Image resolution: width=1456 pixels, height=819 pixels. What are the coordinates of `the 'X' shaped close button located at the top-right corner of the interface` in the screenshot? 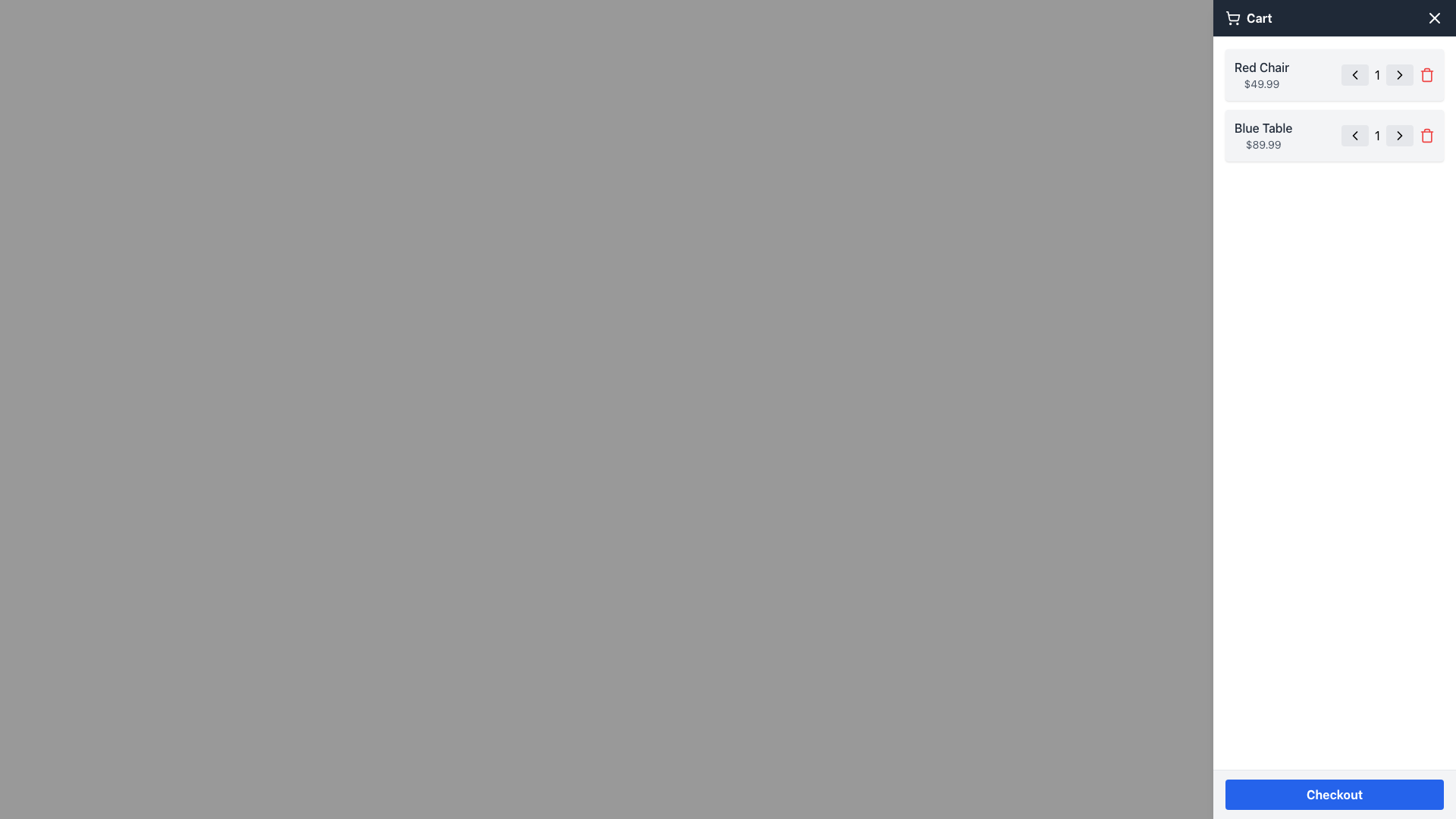 It's located at (1433, 17).